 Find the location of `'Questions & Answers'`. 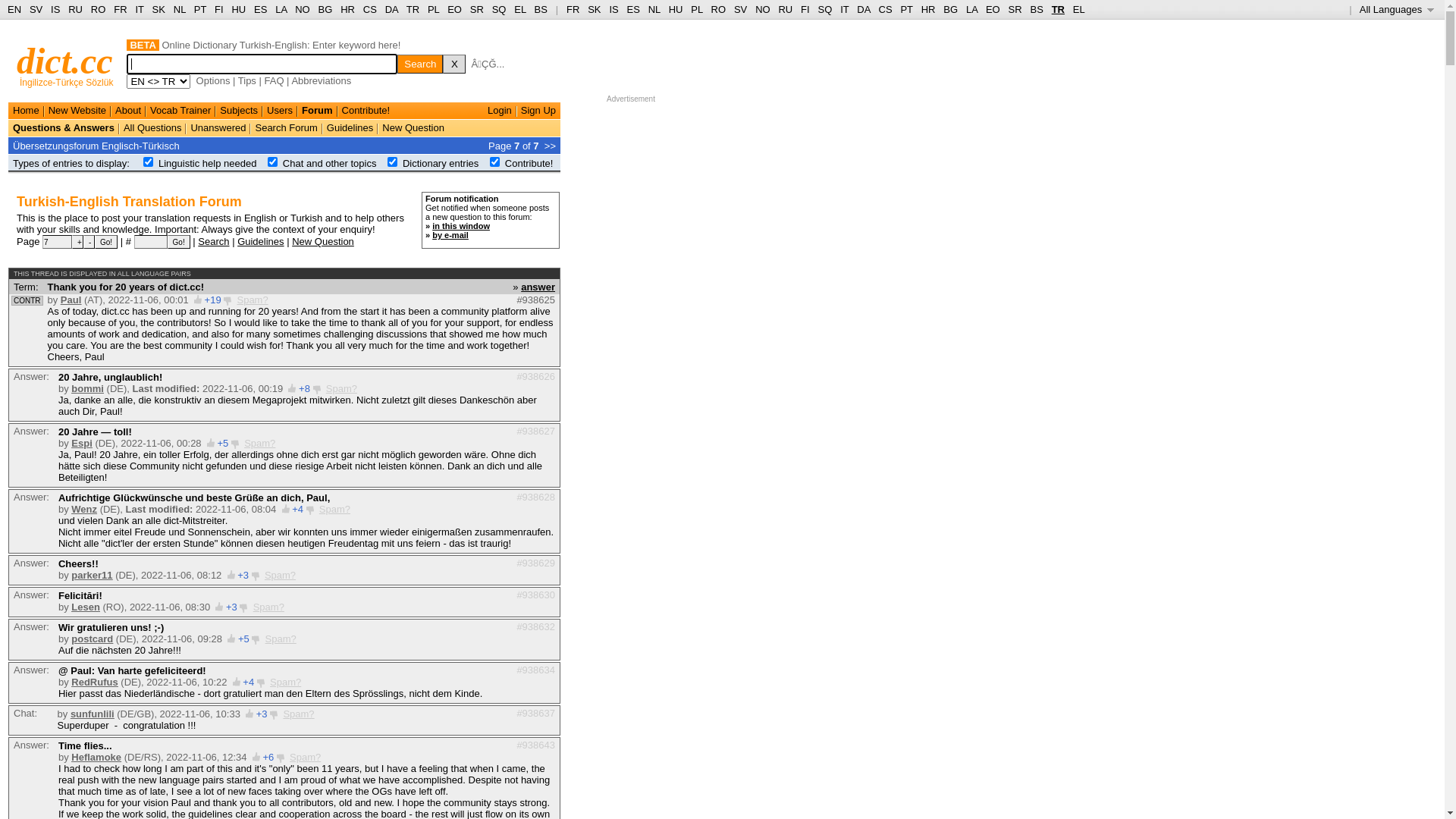

'Questions & Answers' is located at coordinates (62, 127).